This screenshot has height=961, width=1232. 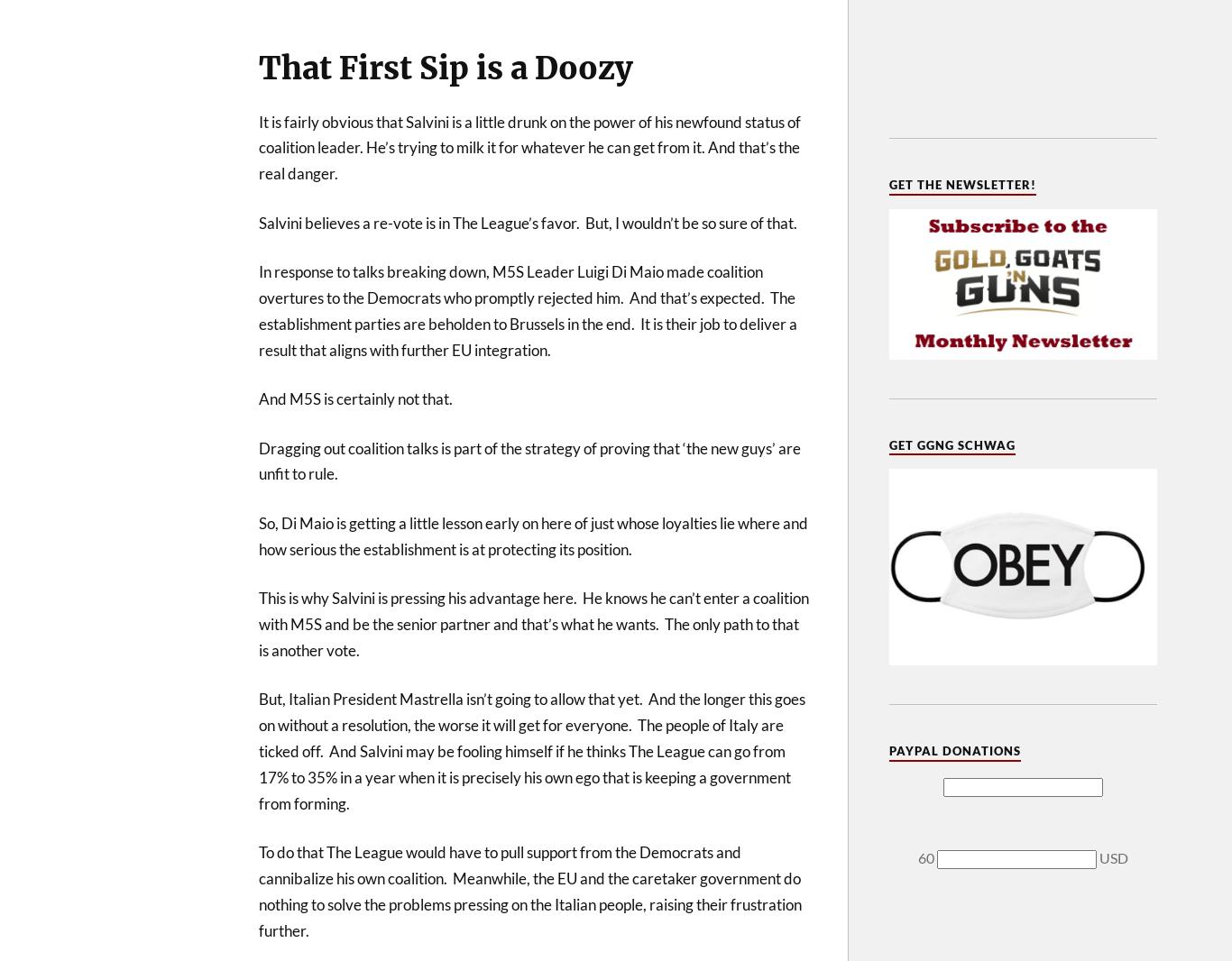 I want to click on 'In response to talks breaking down, M5S Leader Luigi Di Maio made coalition overtures to the Democrats who promptly rejected him.  And that’s expected.  The establishment parties are beholden to Brussels in the end.  It is their job to deliver a result that aligns with further EU integration.', so click(x=527, y=310).